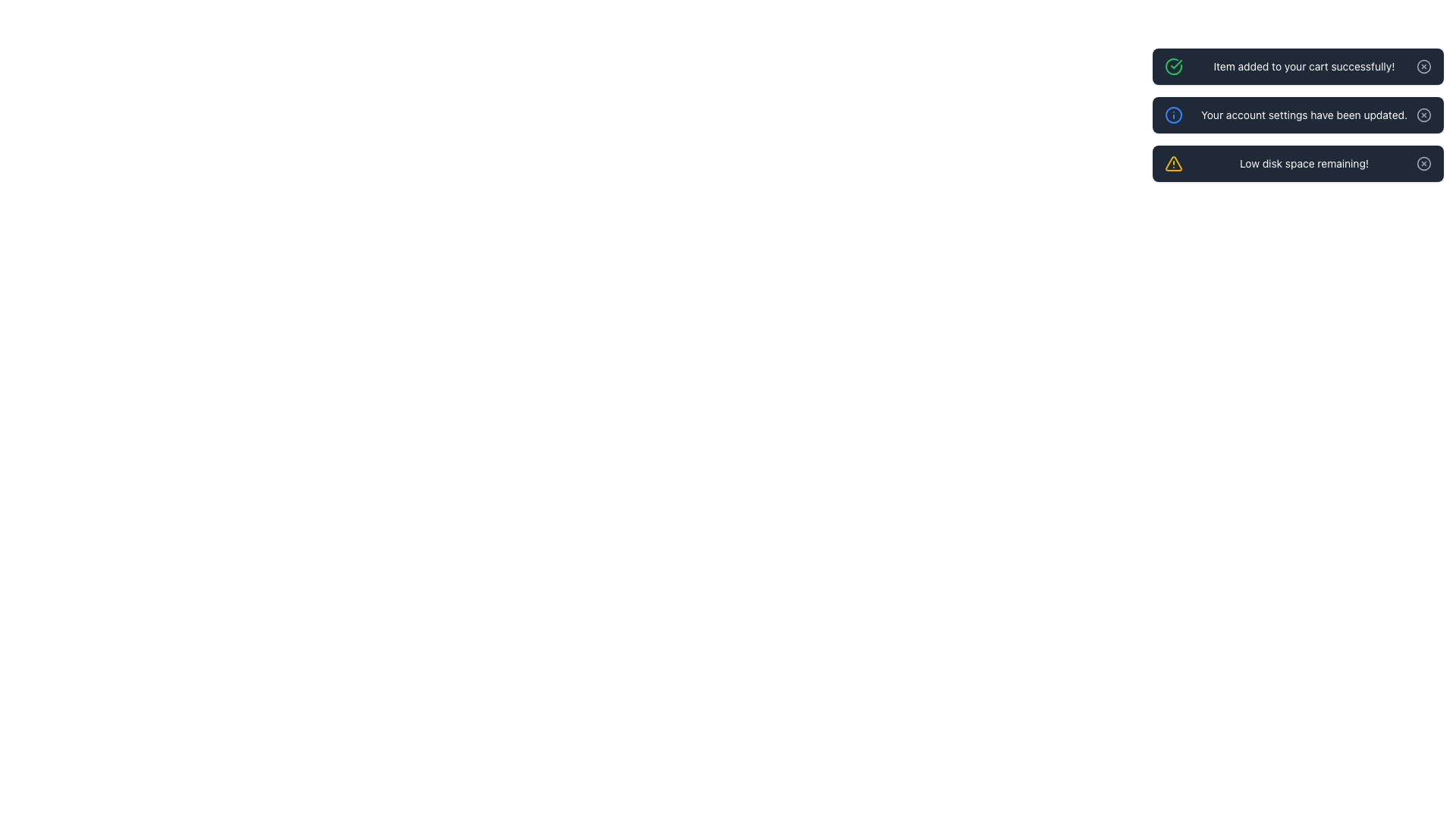  What do you see at coordinates (1423, 66) in the screenshot?
I see `the SVG circle element that serves as the 'close' button for dismissing notifications located in the top-right corner of the interface` at bounding box center [1423, 66].